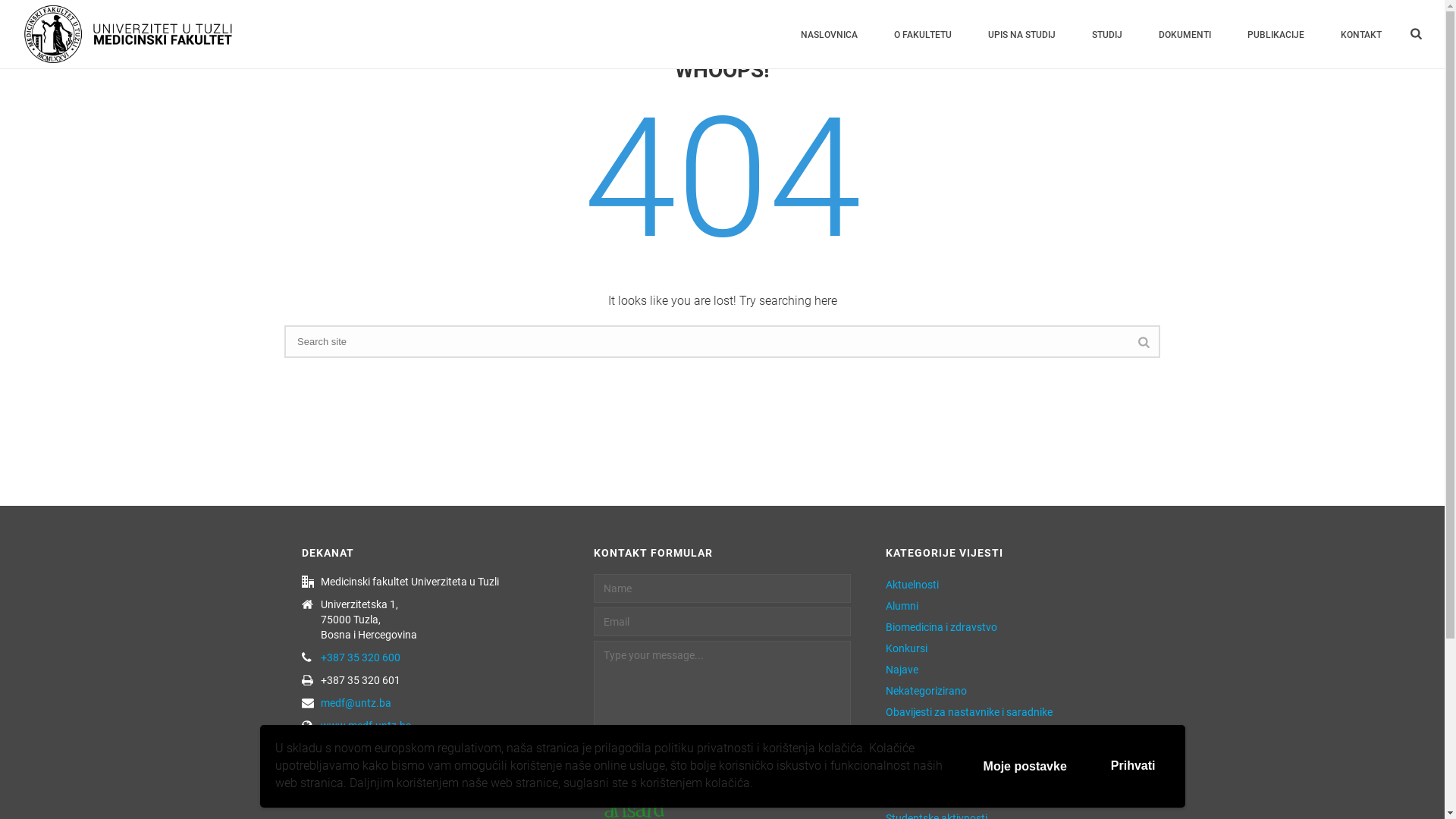  Describe the element at coordinates (828, 34) in the screenshot. I see `'NASLOVNICA'` at that location.